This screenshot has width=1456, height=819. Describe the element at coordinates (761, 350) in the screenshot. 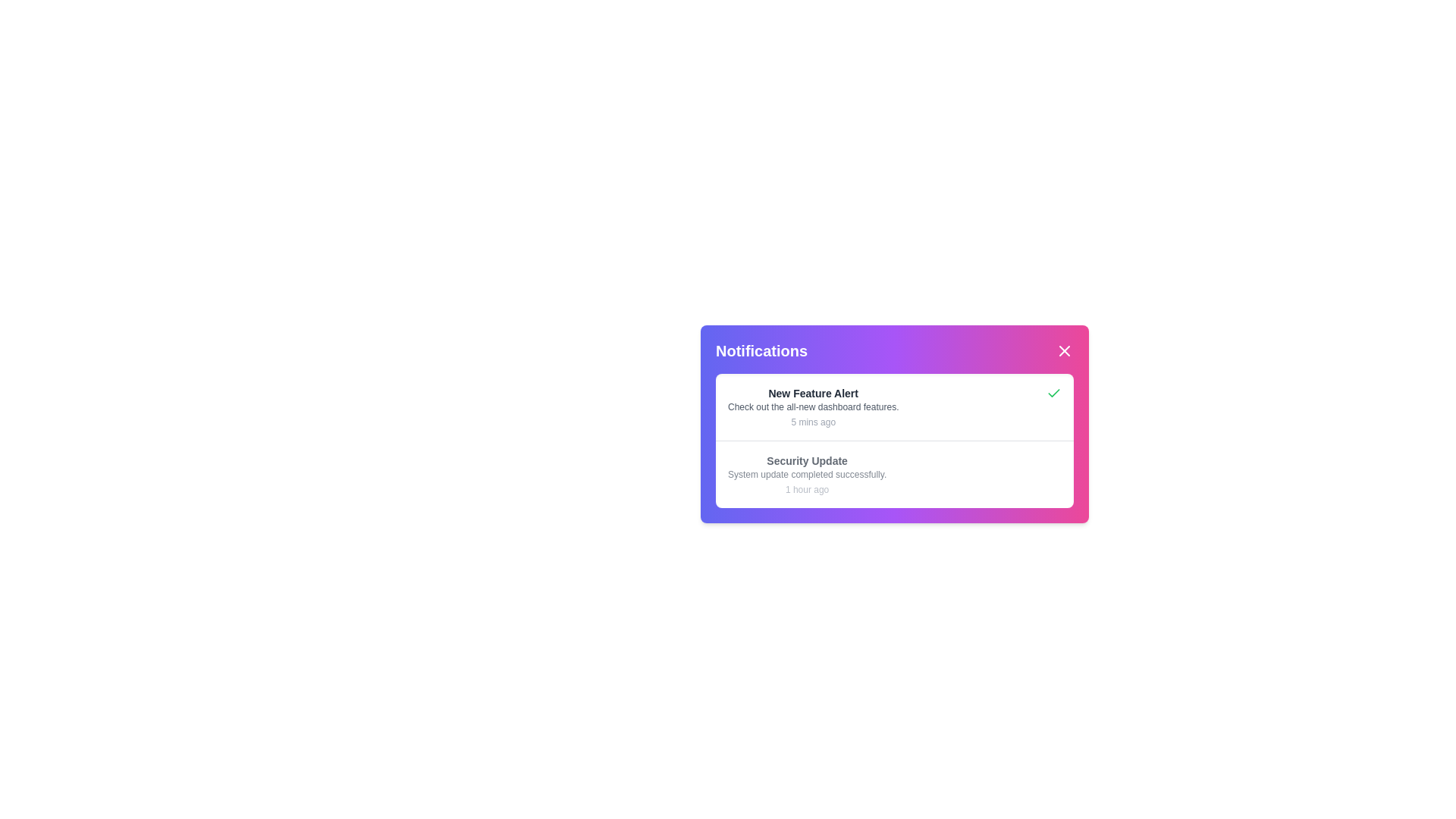

I see `the Text Label that serves as a header for the notification interface, located on the left side of the horizontal header bar` at that location.